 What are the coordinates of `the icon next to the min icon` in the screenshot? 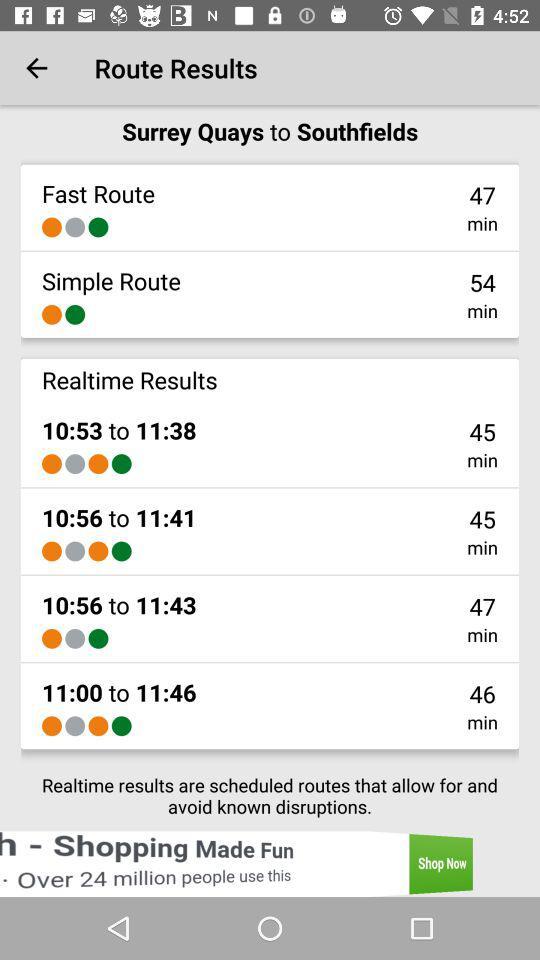 It's located at (121, 464).